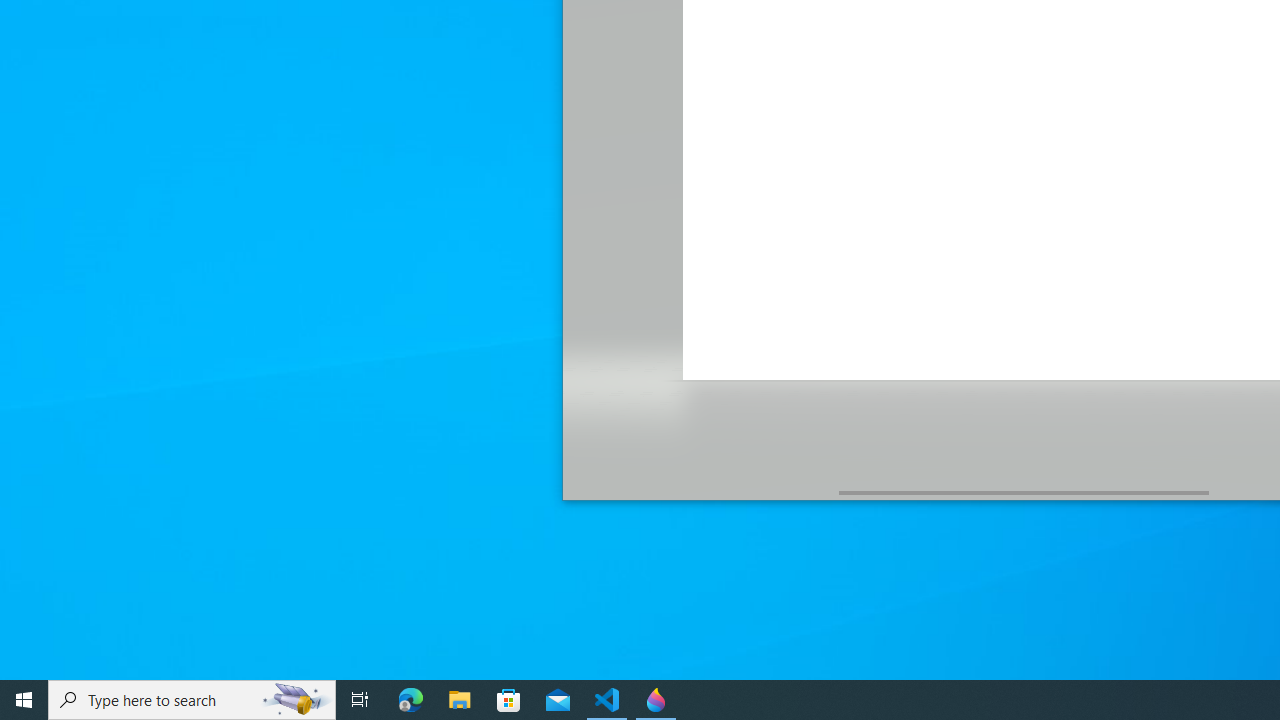 This screenshot has width=1280, height=720. I want to click on 'Search highlights icon opens search home window', so click(294, 698).